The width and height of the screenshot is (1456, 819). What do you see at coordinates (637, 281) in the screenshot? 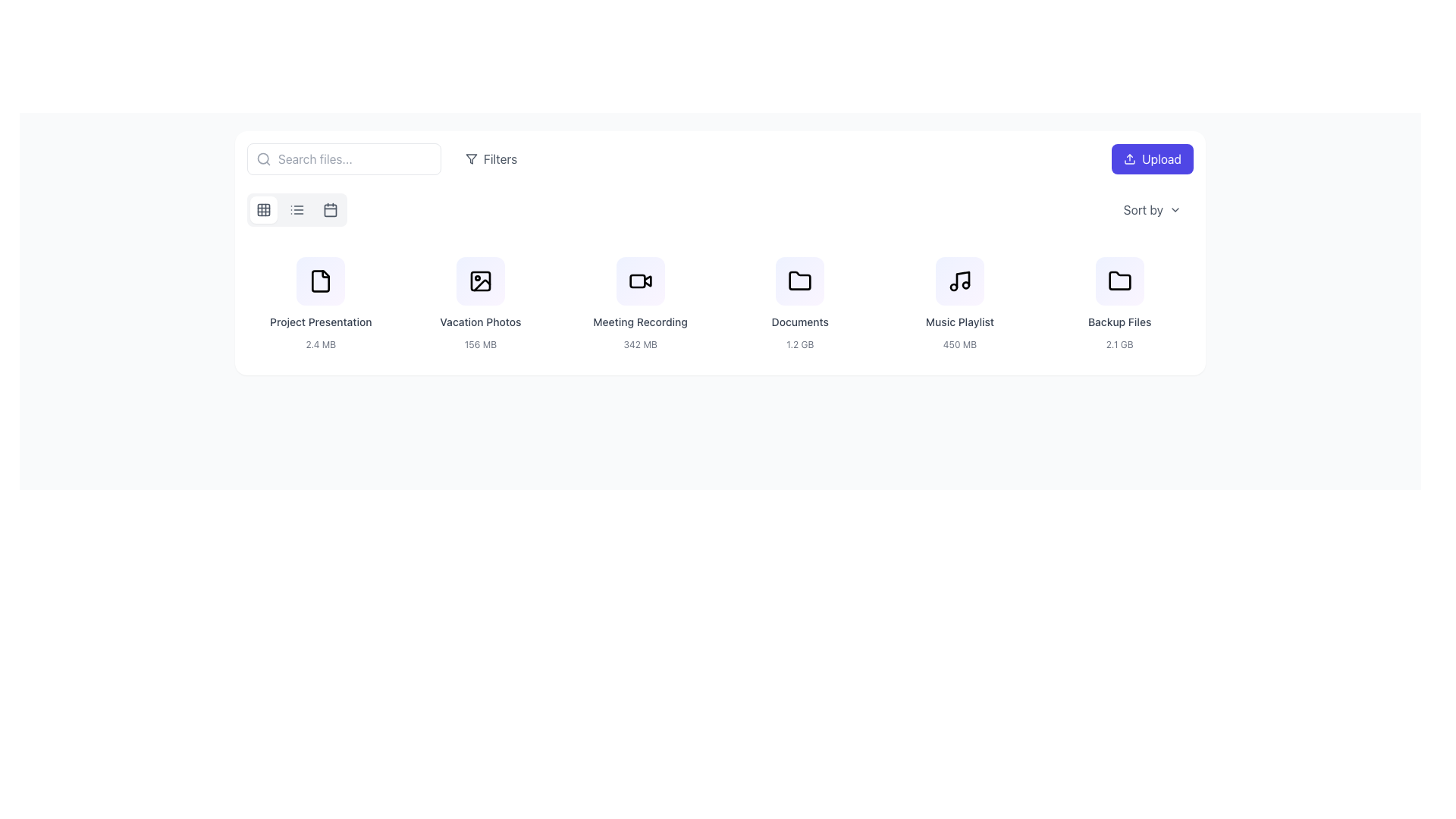
I see `the decorative component of the video camera icon representing the 'Meeting Recording' file, located in the third position from the left` at bounding box center [637, 281].